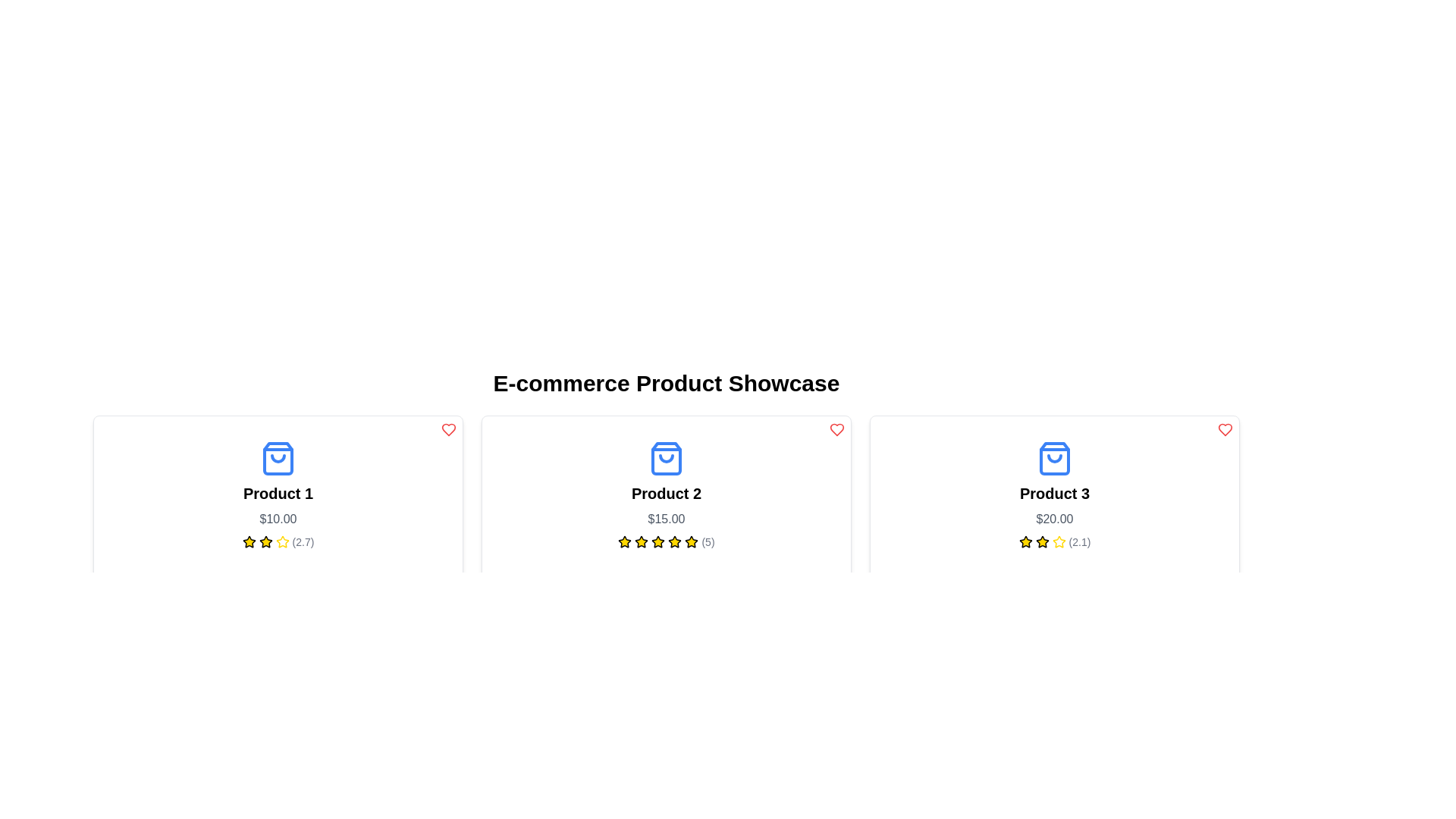 The height and width of the screenshot is (819, 1456). I want to click on the blue shopping bag icon with rounded edges, located above the title 'Product 1' in the card layout, so click(278, 458).